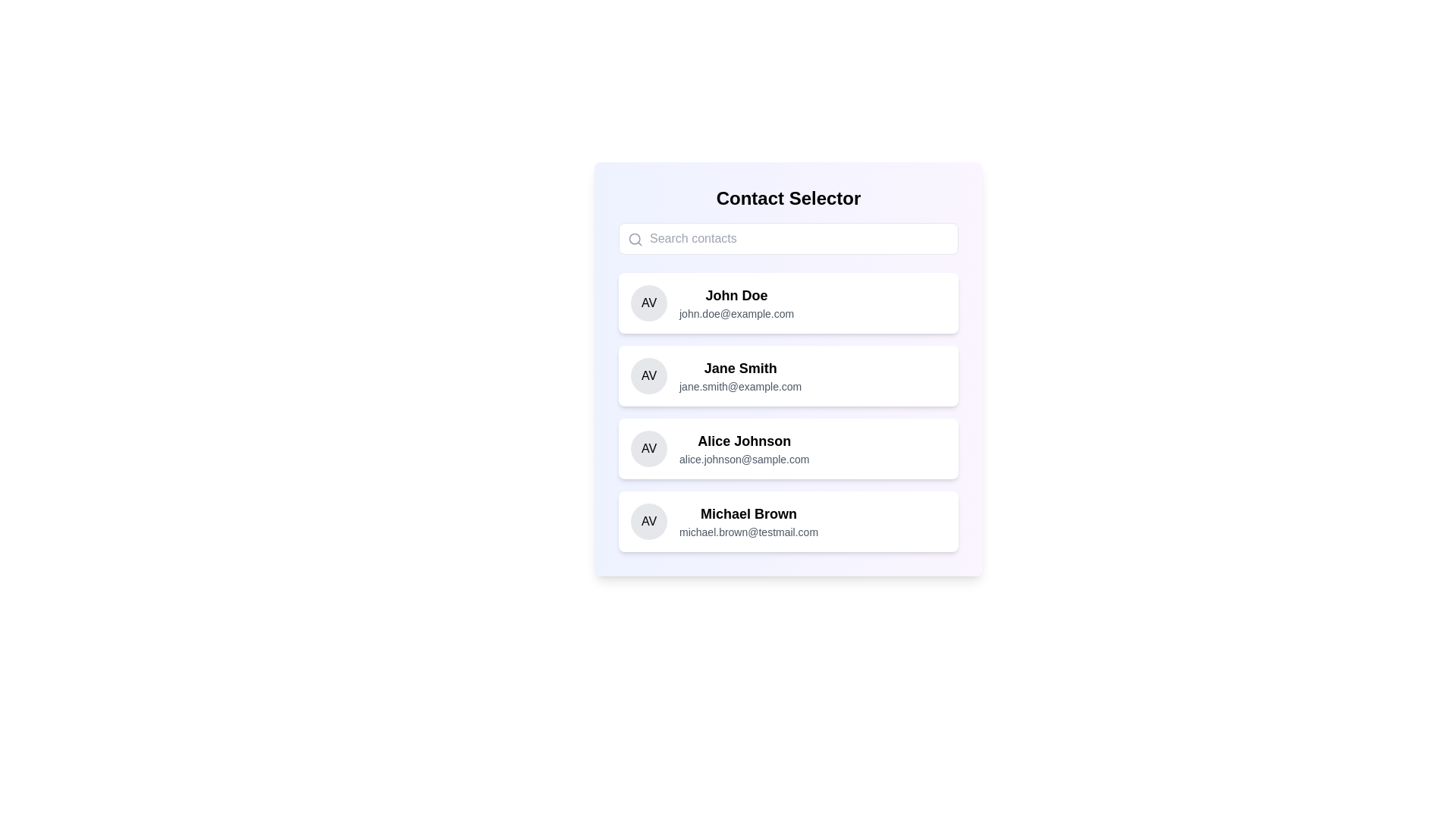 The width and height of the screenshot is (1456, 819). What do you see at coordinates (648, 375) in the screenshot?
I see `the Avatar placeholder element, which is a circular design with 'AV' text in bold black on a light gray background, located at the leftmost side of the second card in a vertical list` at bounding box center [648, 375].